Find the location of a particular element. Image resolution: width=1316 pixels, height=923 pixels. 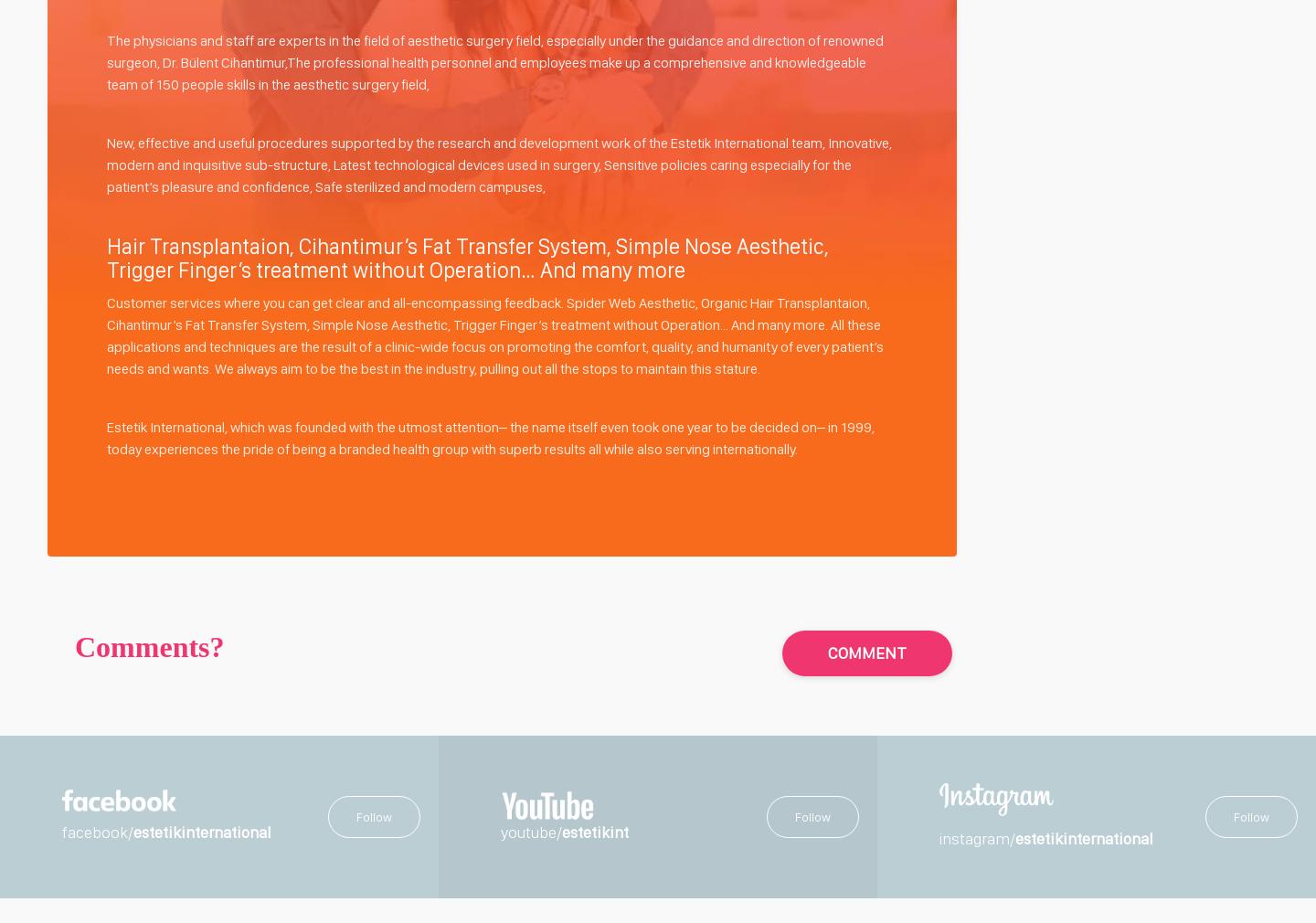

'estetikint' is located at coordinates (561, 831).